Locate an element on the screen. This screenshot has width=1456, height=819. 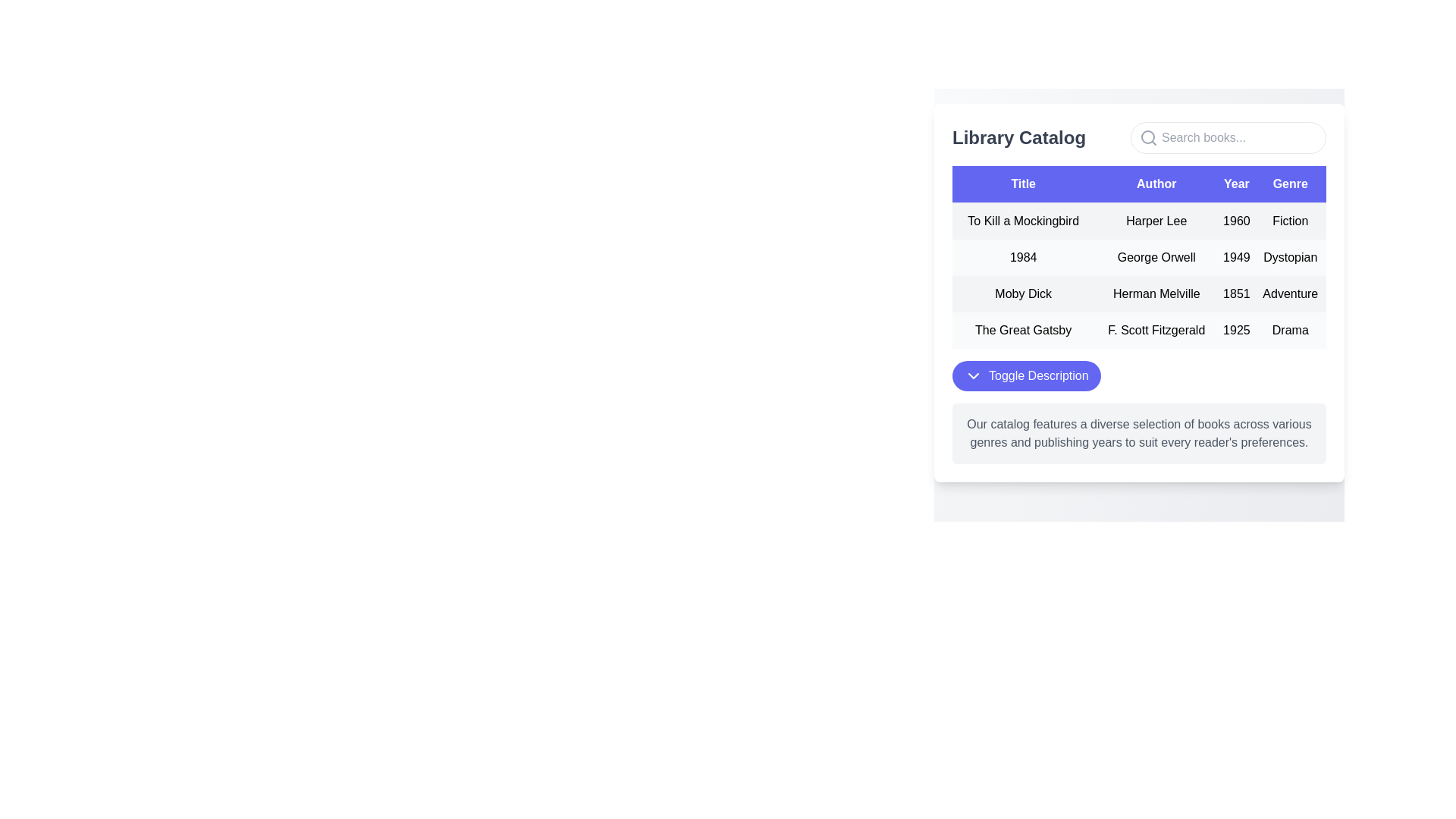
the text label displaying the genre of the book 'The Great Gatsby', located in the fourth row of the table in the 'Genre' column is located at coordinates (1289, 329).